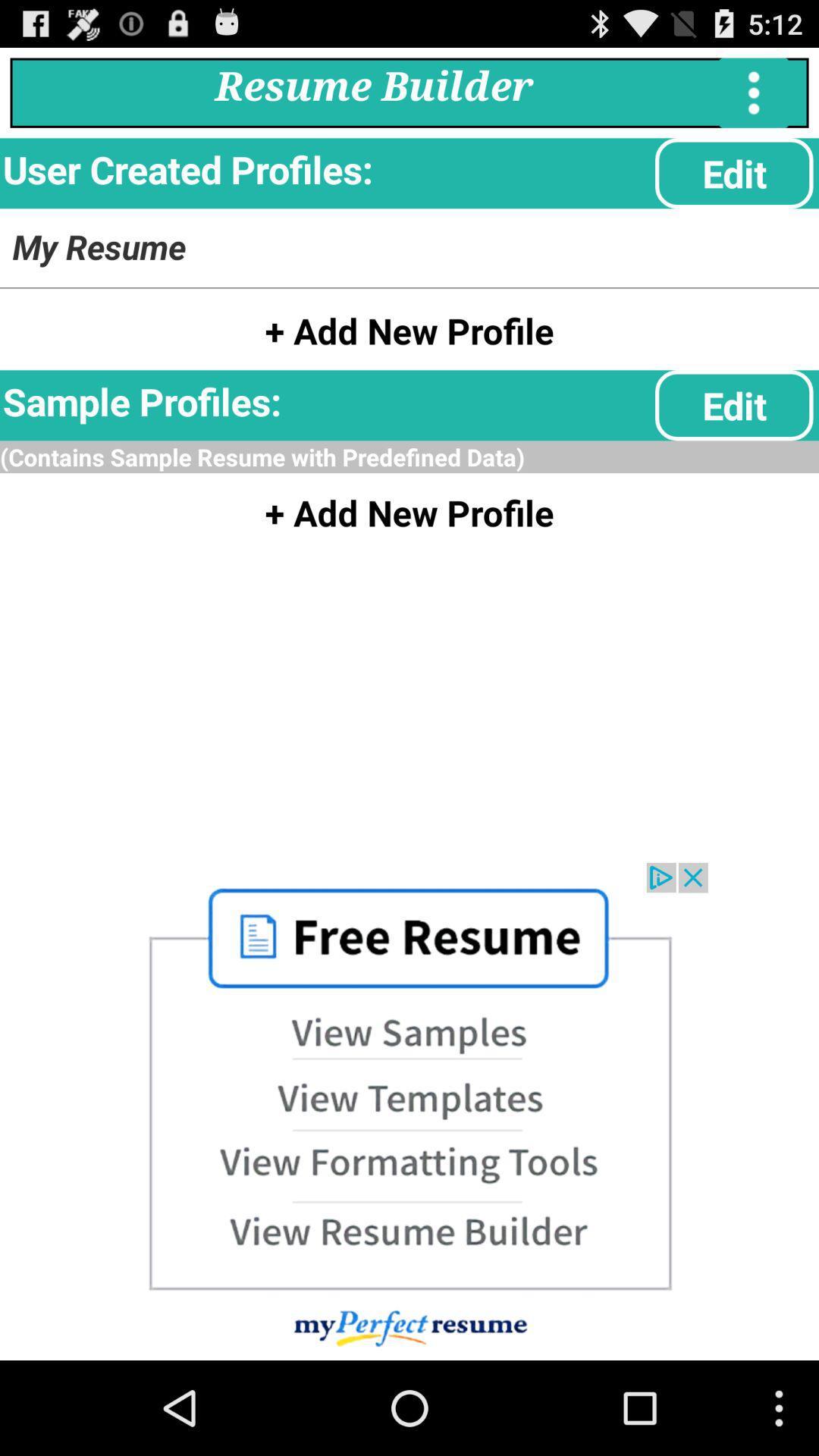  Describe the element at coordinates (409, 1111) in the screenshot. I see `open advertisement` at that location.